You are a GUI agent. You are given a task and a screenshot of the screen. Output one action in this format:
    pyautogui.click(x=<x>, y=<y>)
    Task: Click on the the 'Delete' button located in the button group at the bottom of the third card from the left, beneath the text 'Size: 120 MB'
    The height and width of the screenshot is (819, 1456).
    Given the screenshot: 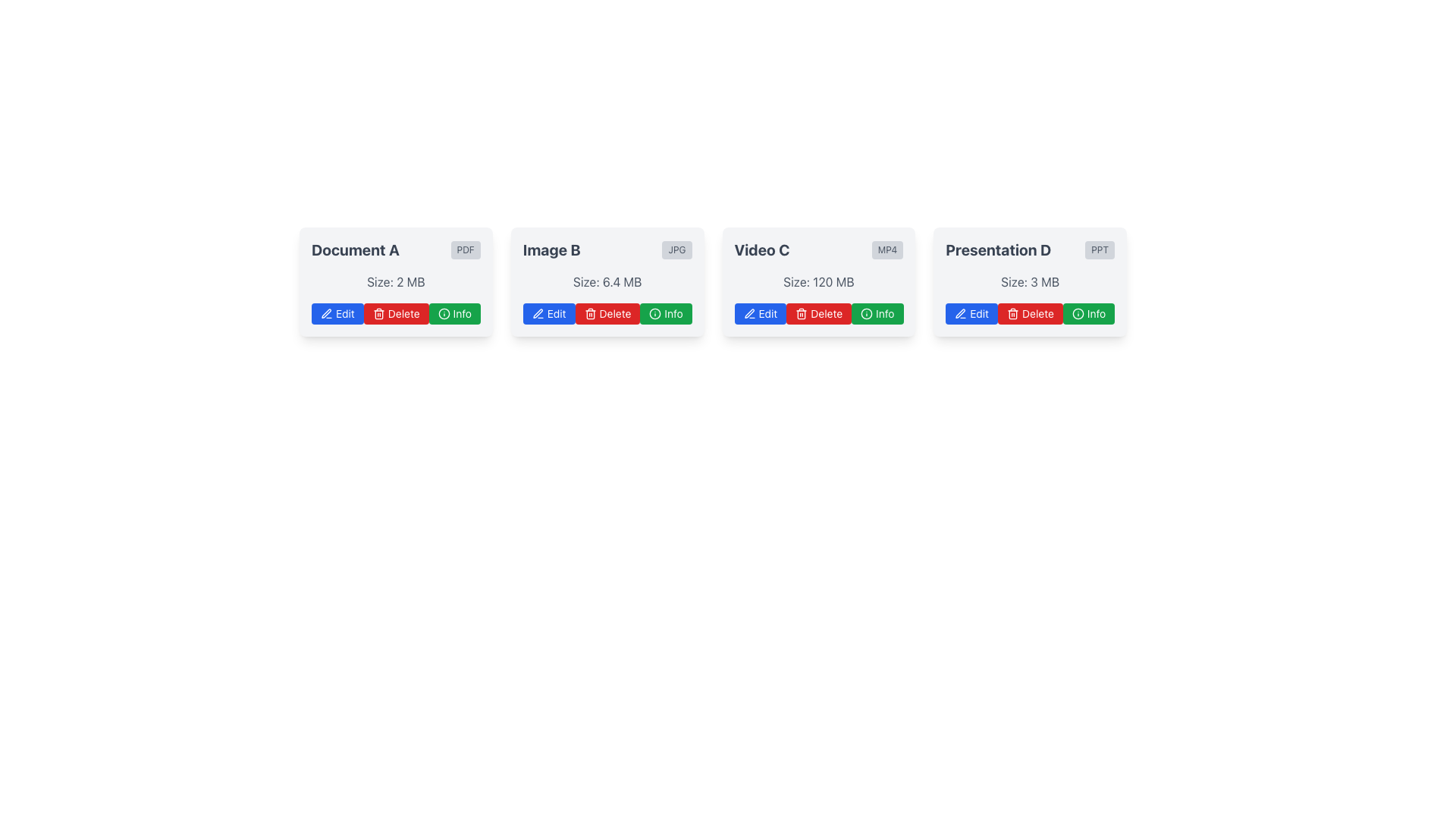 What is the action you would take?
    pyautogui.click(x=817, y=312)
    